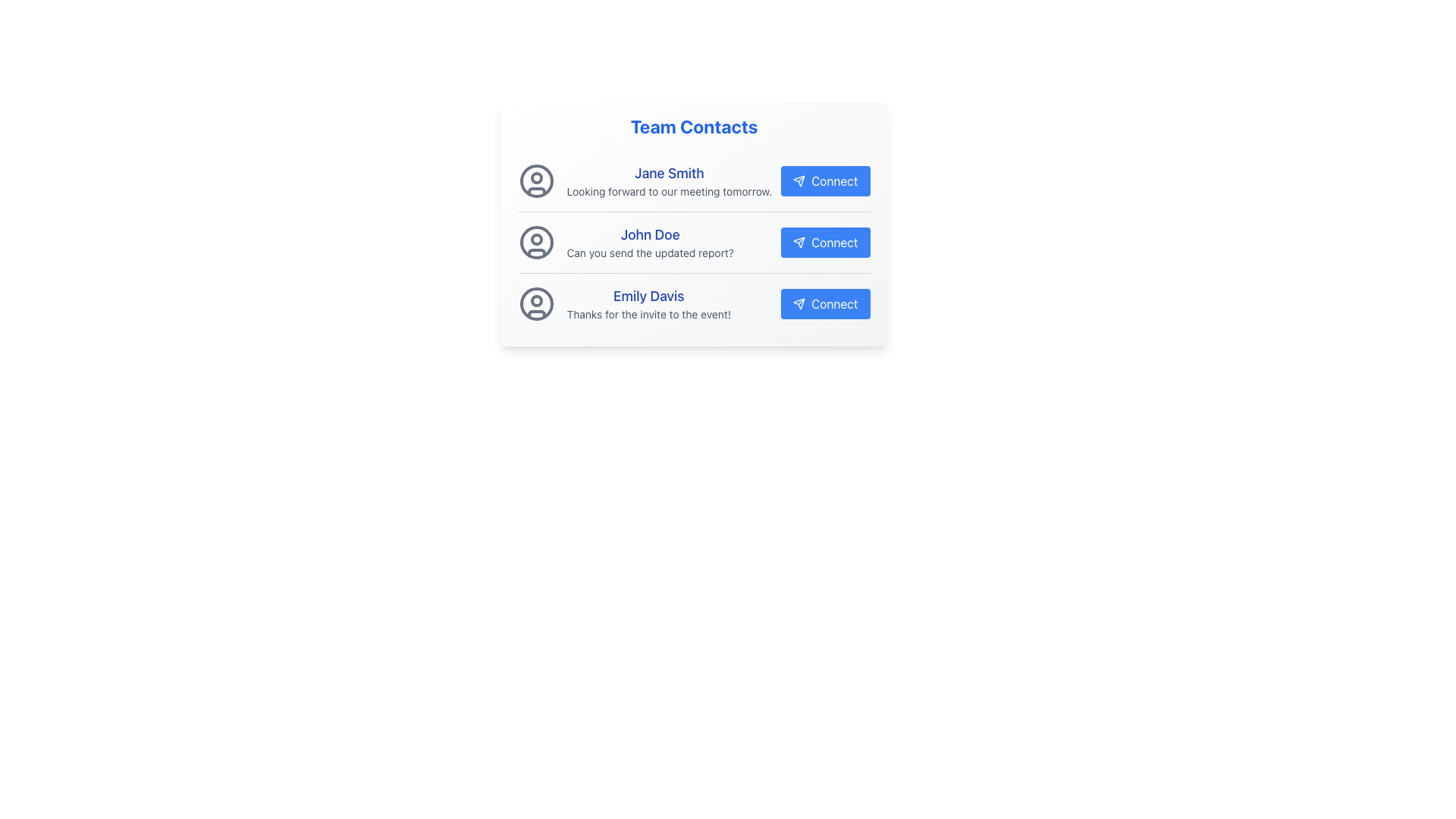 The height and width of the screenshot is (819, 1456). I want to click on the small curved line at the bottom center of the user profile icon representing Emily Davis, so click(536, 313).